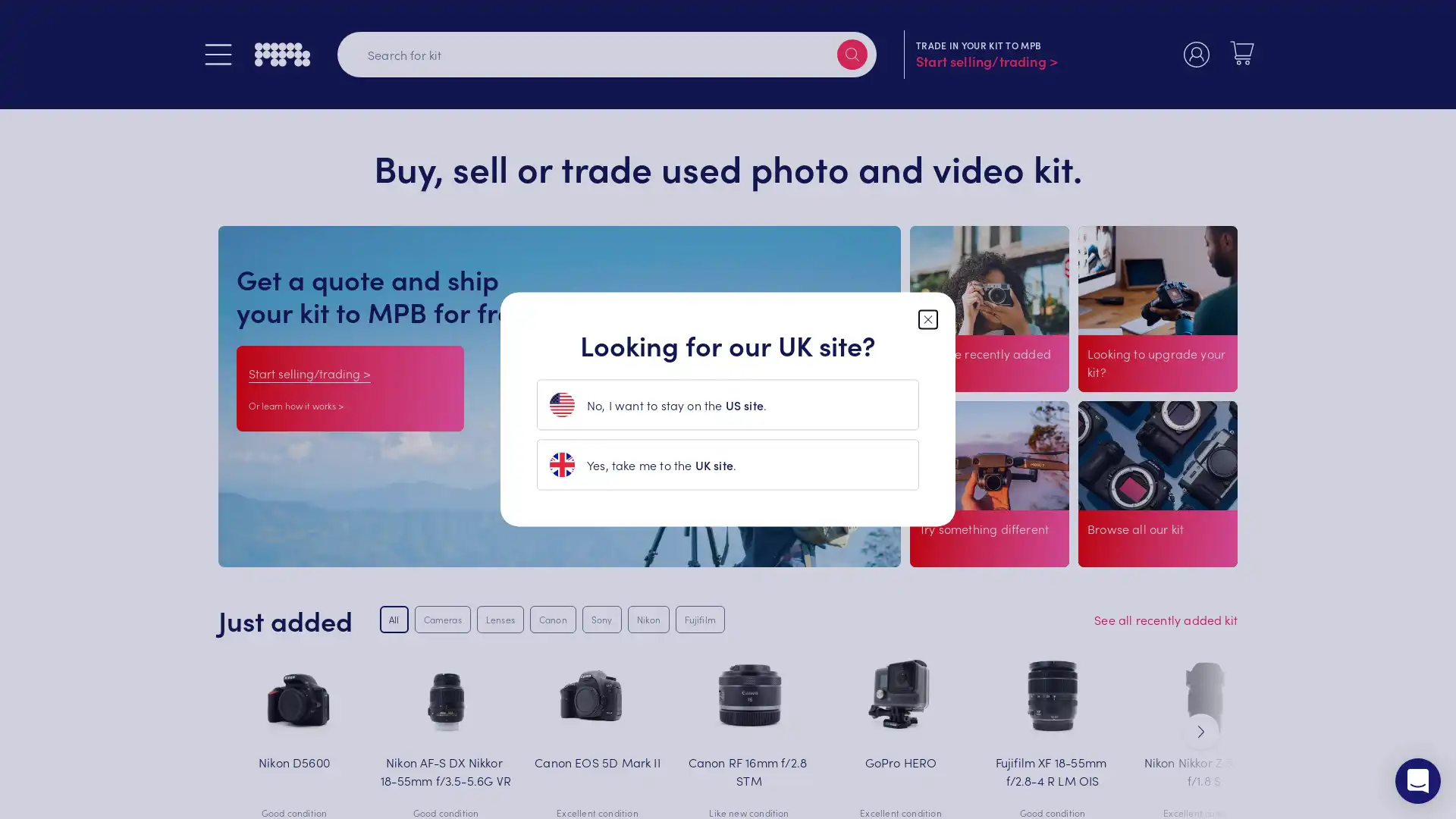  Describe the element at coordinates (1196, 54) in the screenshot. I see `Account` at that location.